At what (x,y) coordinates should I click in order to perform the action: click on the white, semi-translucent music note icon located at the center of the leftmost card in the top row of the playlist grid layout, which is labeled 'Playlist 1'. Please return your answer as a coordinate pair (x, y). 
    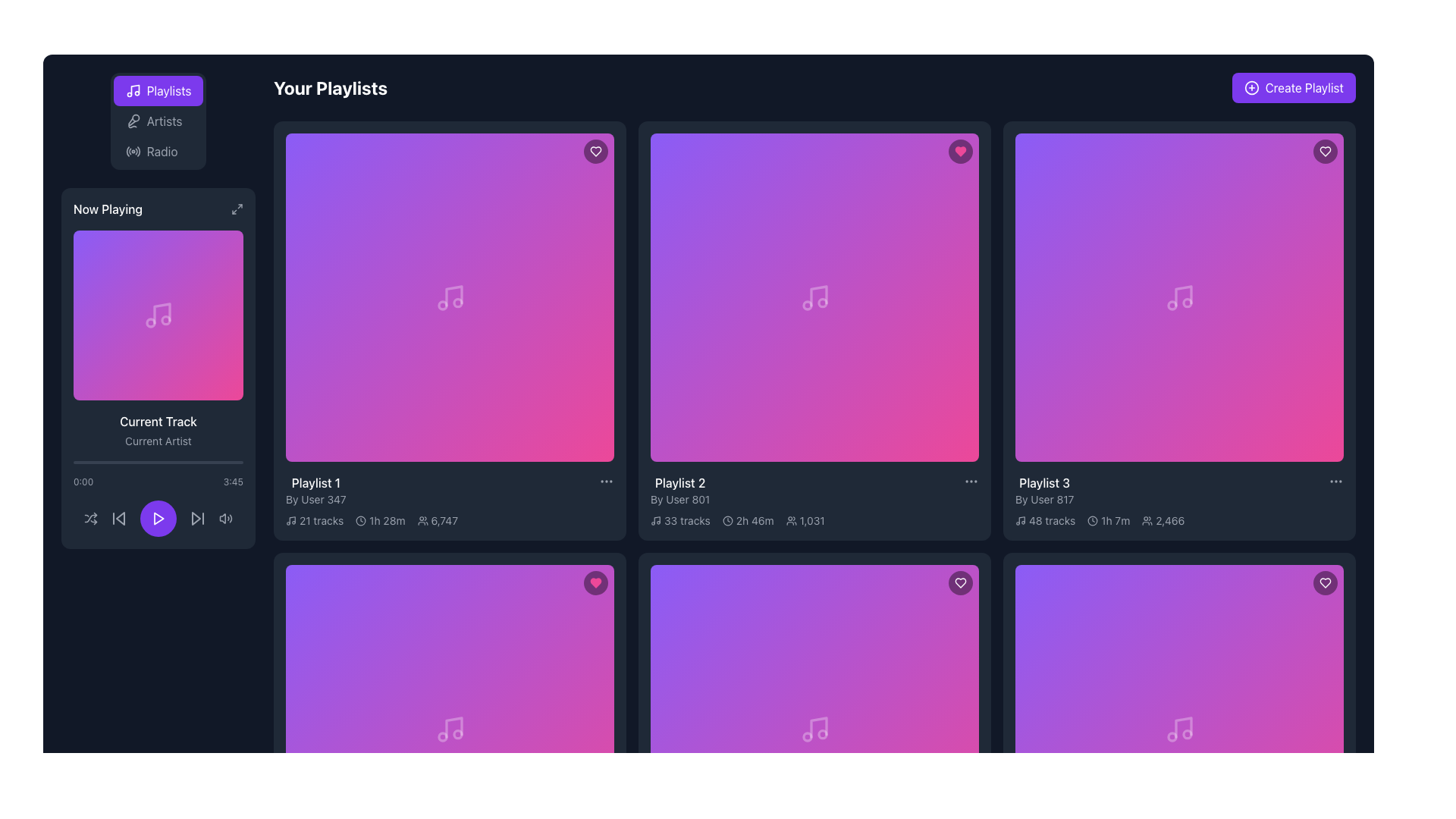
    Looking at the image, I should click on (449, 297).